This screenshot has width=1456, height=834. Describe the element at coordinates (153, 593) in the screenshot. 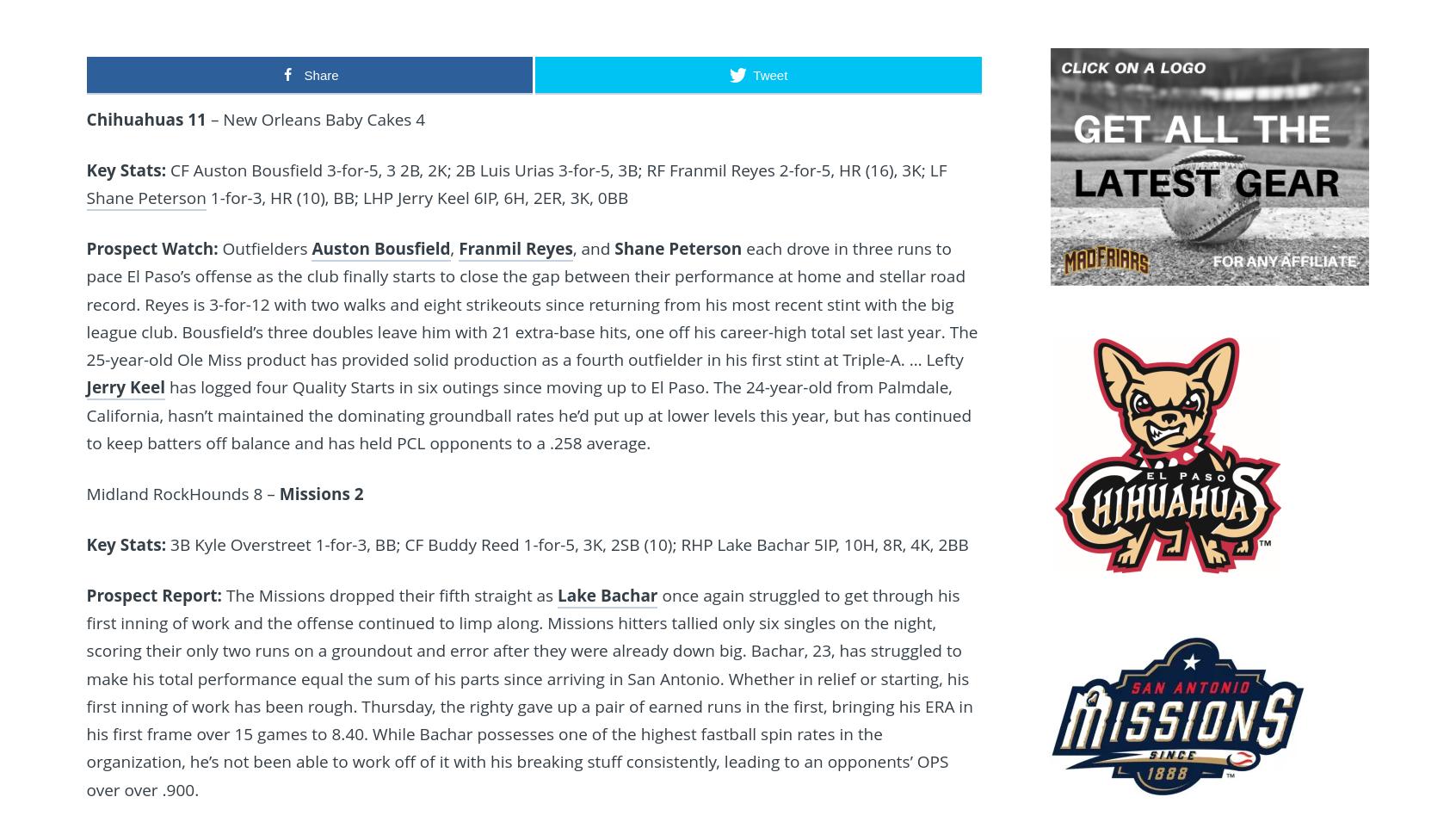

I see `'Prospect Report:'` at that location.